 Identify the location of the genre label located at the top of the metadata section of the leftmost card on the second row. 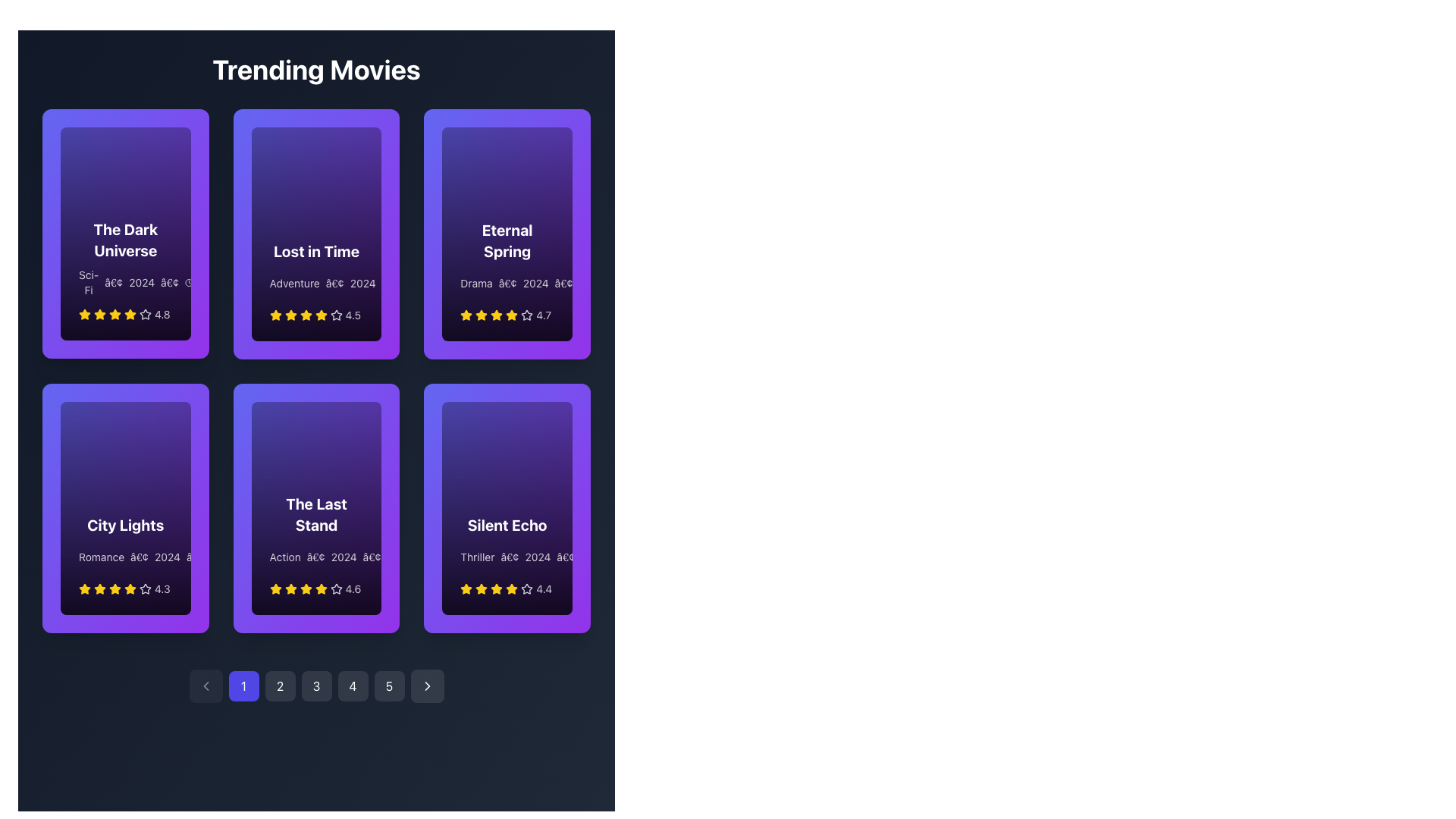
(101, 557).